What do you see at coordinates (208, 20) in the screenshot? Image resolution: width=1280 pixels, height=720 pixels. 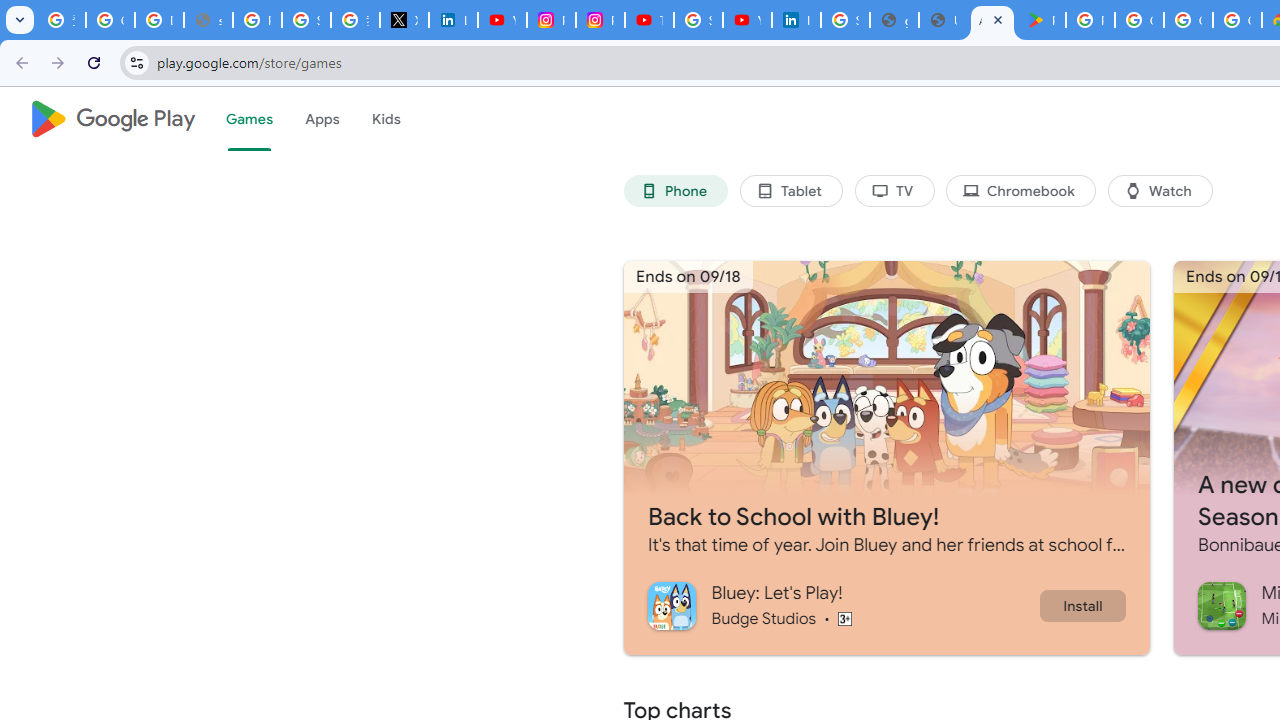 I see `'support.google.com - Network error'` at bounding box center [208, 20].